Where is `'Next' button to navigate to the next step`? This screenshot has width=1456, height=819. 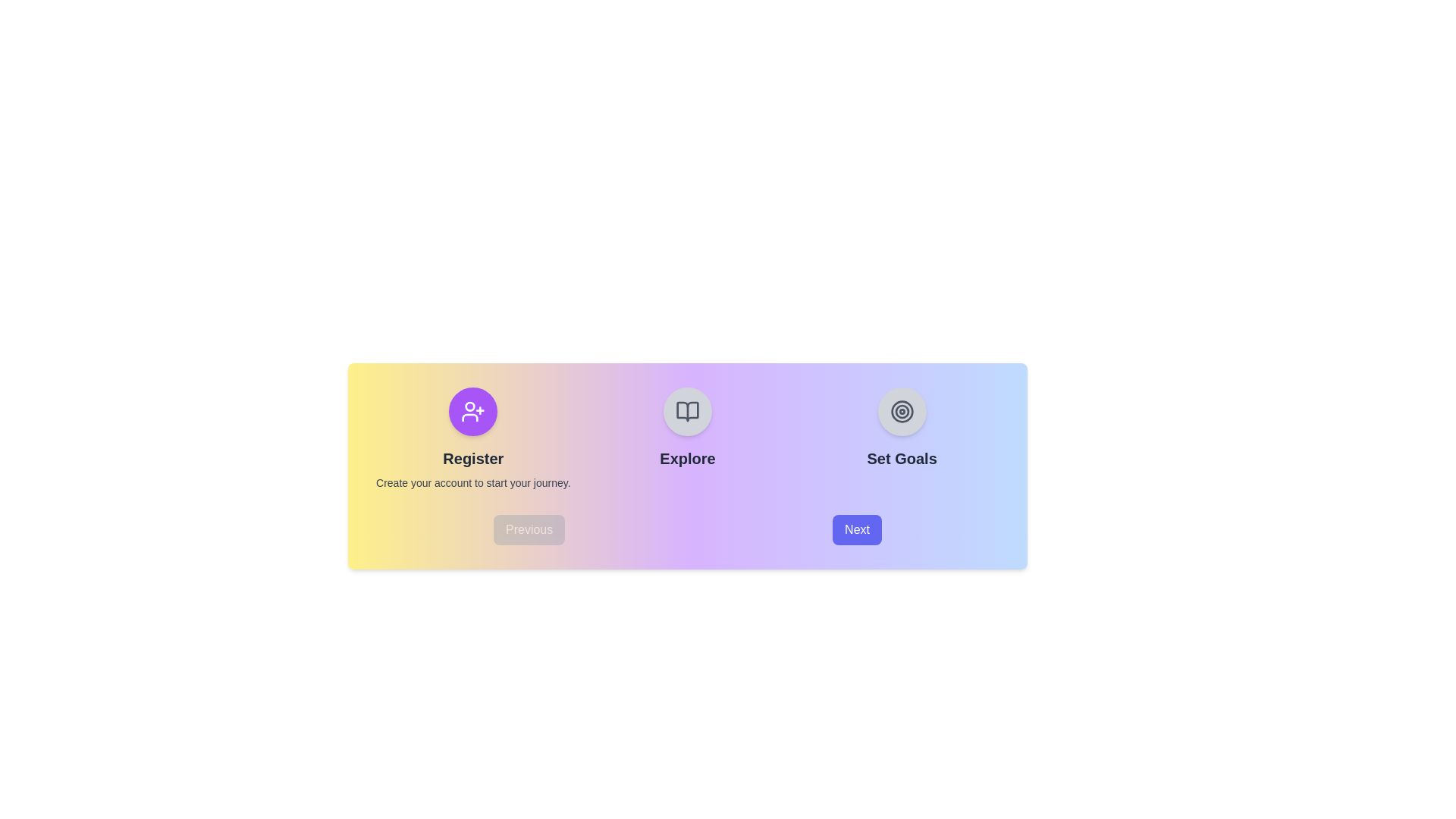
'Next' button to navigate to the next step is located at coordinates (857, 529).